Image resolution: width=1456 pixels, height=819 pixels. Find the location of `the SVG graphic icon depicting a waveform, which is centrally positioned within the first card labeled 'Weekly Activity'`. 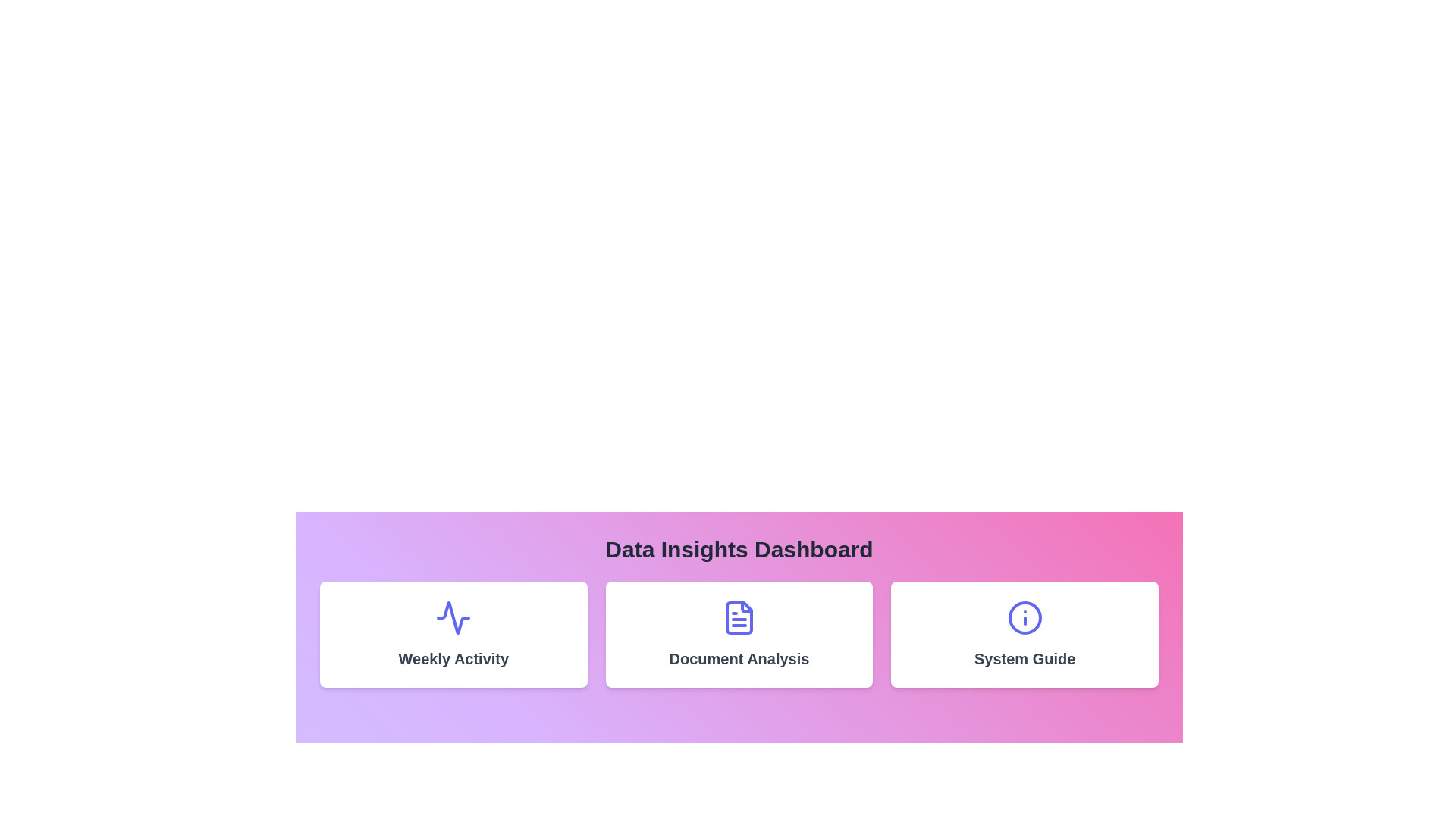

the SVG graphic icon depicting a waveform, which is centrally positioned within the first card labeled 'Weekly Activity' is located at coordinates (453, 617).